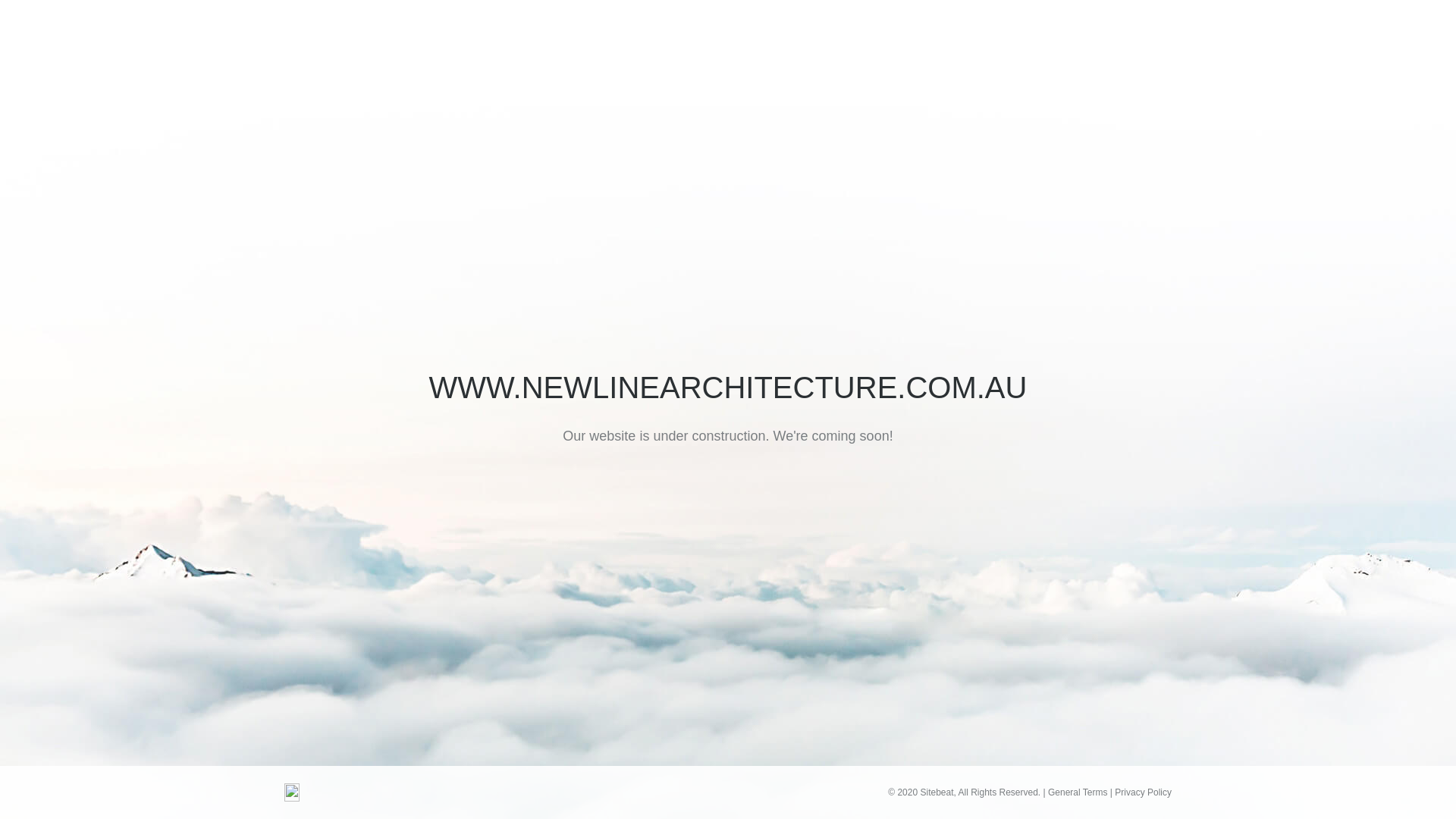 The image size is (1456, 819). I want to click on 'Privacy Policy', so click(1143, 792).